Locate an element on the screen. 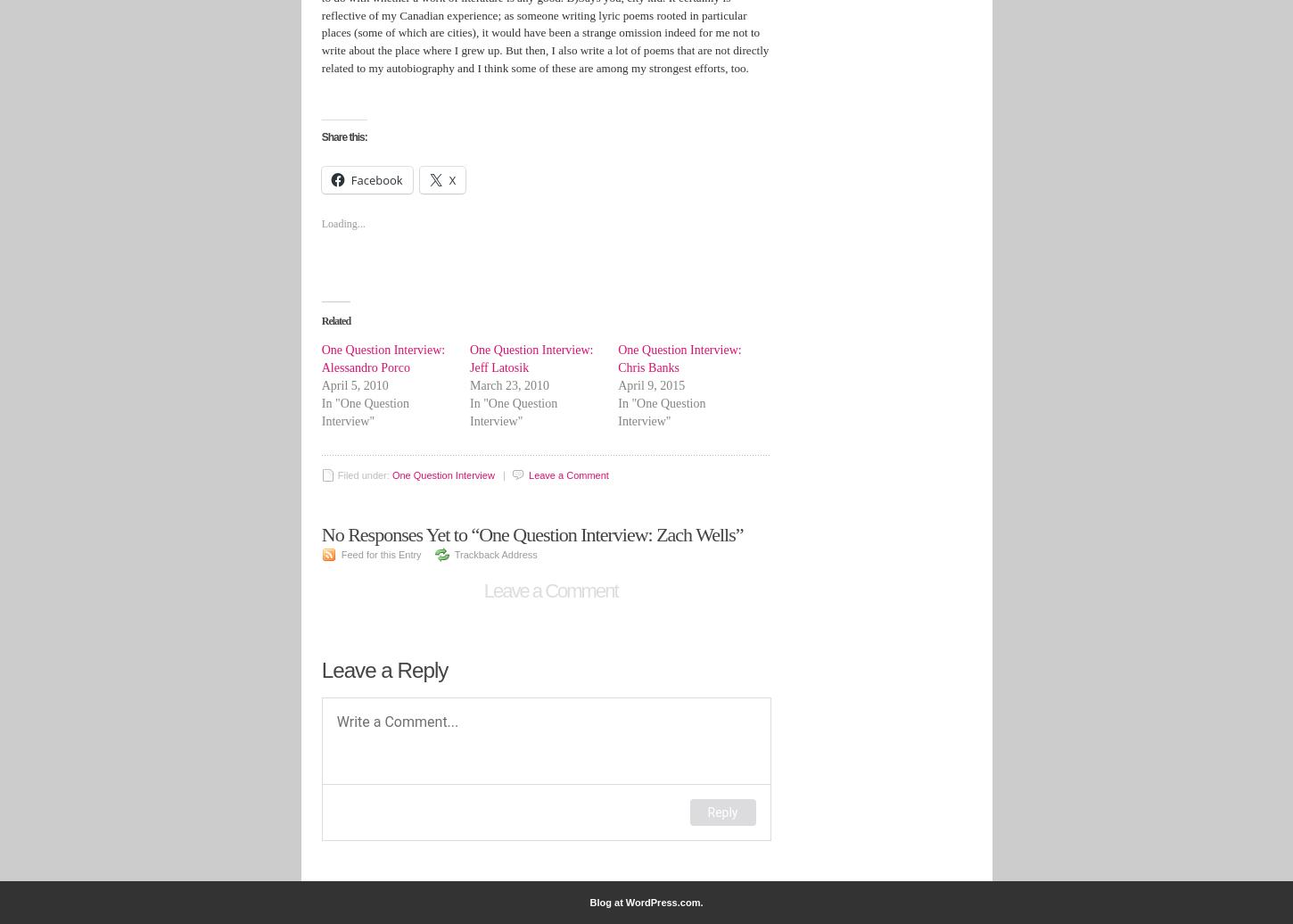 The height and width of the screenshot is (924, 1293). '|' is located at coordinates (504, 475).